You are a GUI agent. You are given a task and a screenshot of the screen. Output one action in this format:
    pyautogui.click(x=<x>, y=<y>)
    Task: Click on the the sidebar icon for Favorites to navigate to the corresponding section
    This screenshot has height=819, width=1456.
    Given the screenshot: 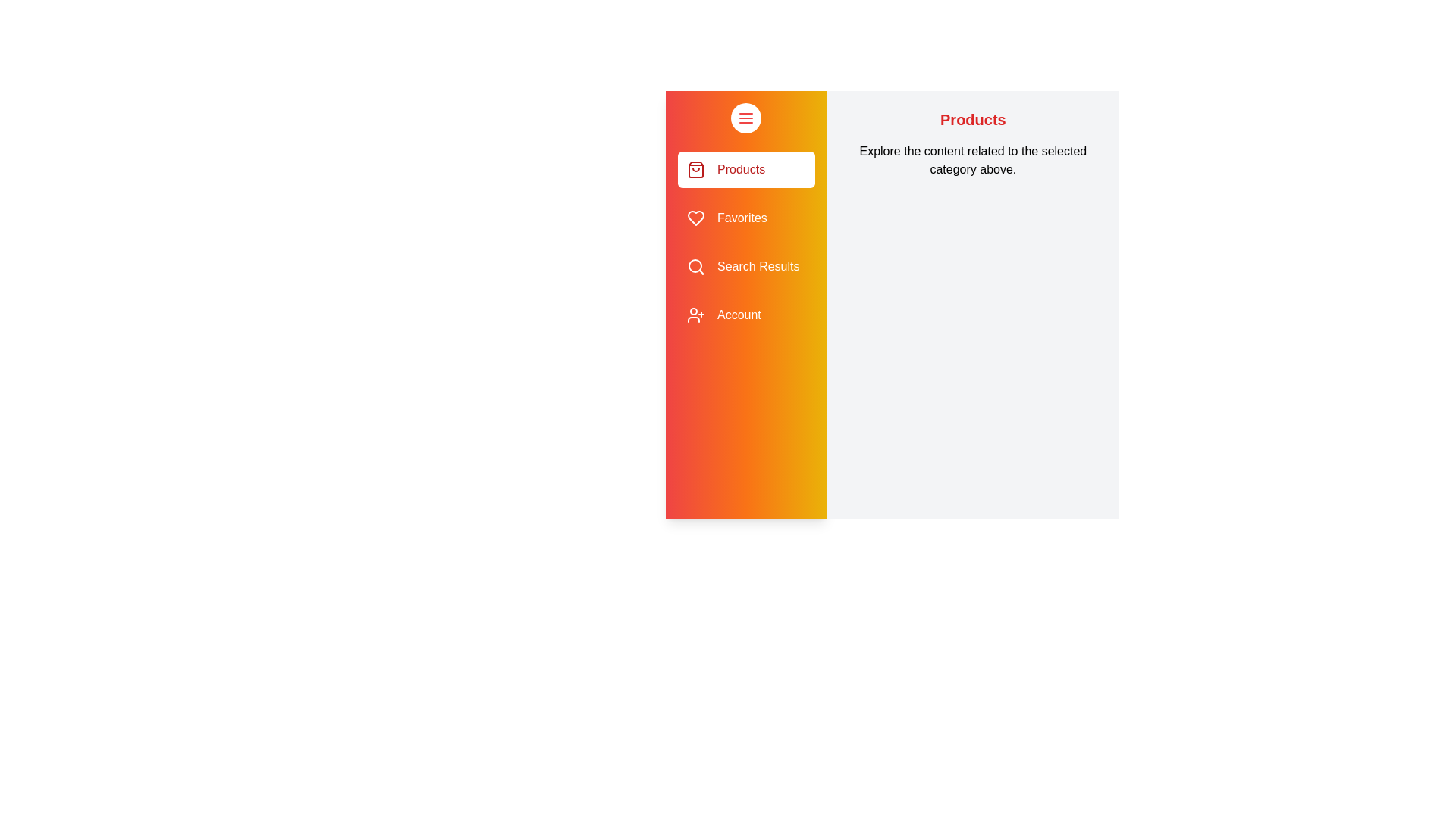 What is the action you would take?
    pyautogui.click(x=695, y=218)
    